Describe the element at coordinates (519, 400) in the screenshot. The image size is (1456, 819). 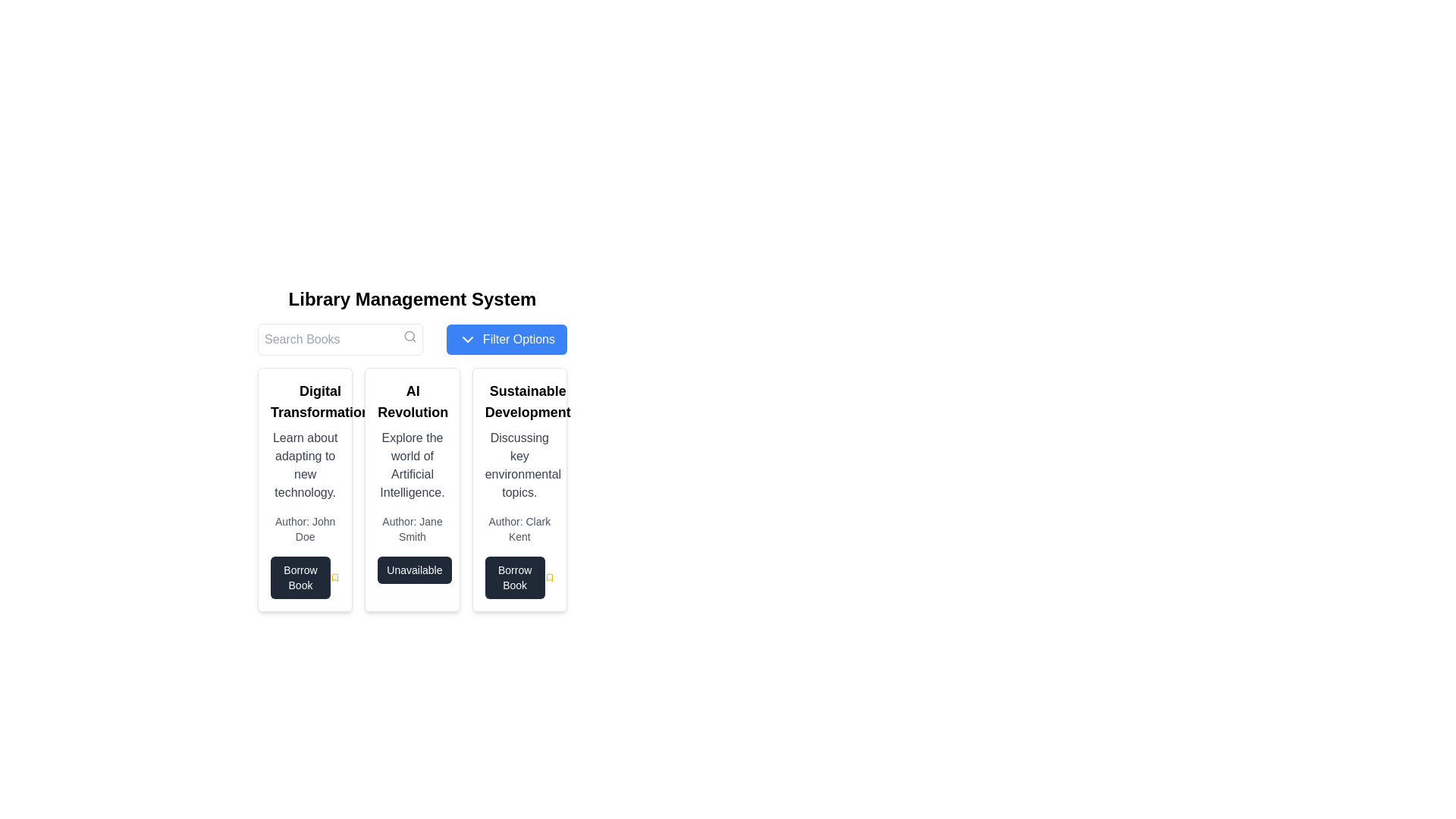
I see `bold text element 'Sustainable Development' located in the top-right section of the book card interface` at that location.